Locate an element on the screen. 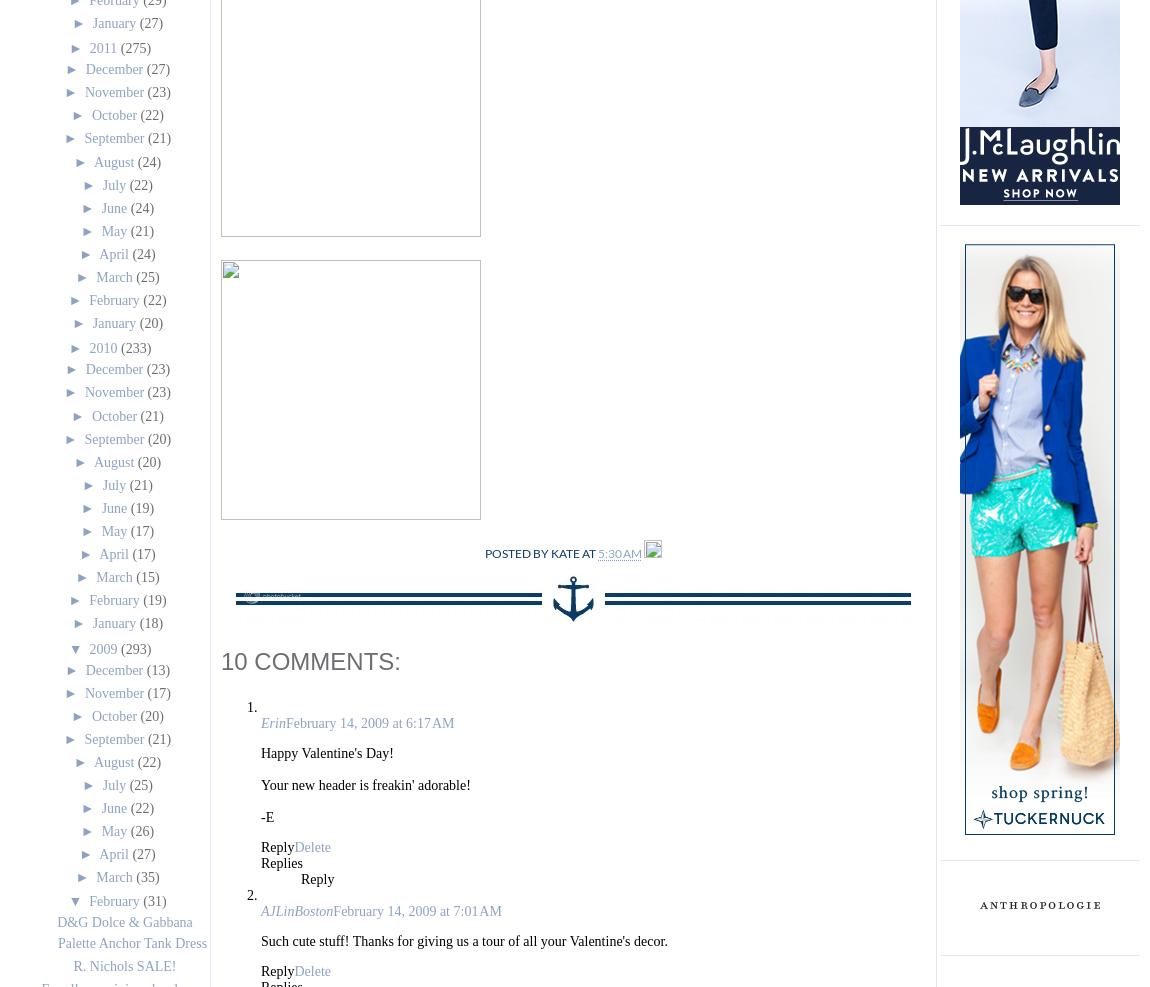 Image resolution: width=1150 pixels, height=987 pixels. 'Replies' is located at coordinates (280, 862).